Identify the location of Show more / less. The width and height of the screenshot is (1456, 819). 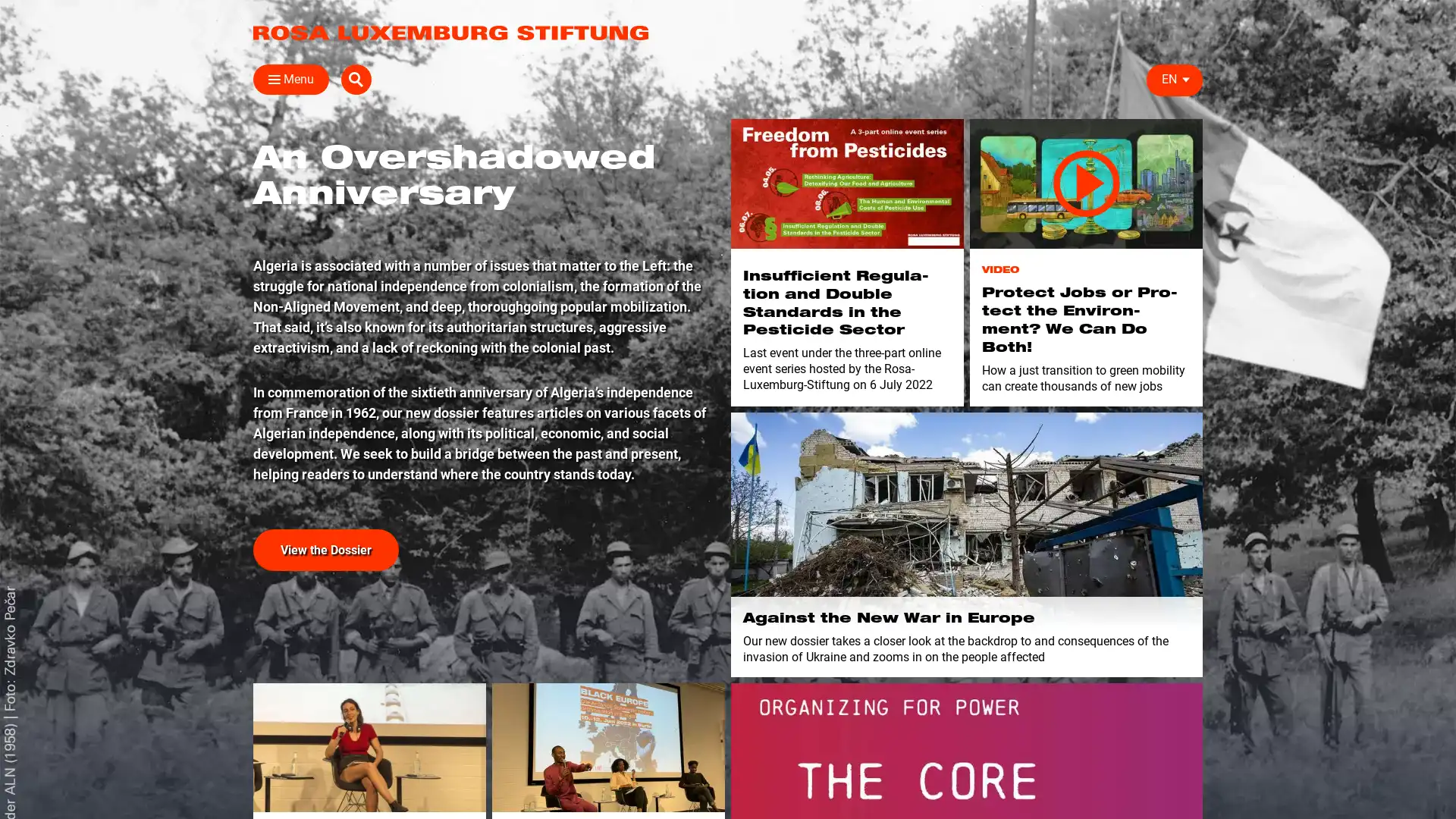
(874, 275).